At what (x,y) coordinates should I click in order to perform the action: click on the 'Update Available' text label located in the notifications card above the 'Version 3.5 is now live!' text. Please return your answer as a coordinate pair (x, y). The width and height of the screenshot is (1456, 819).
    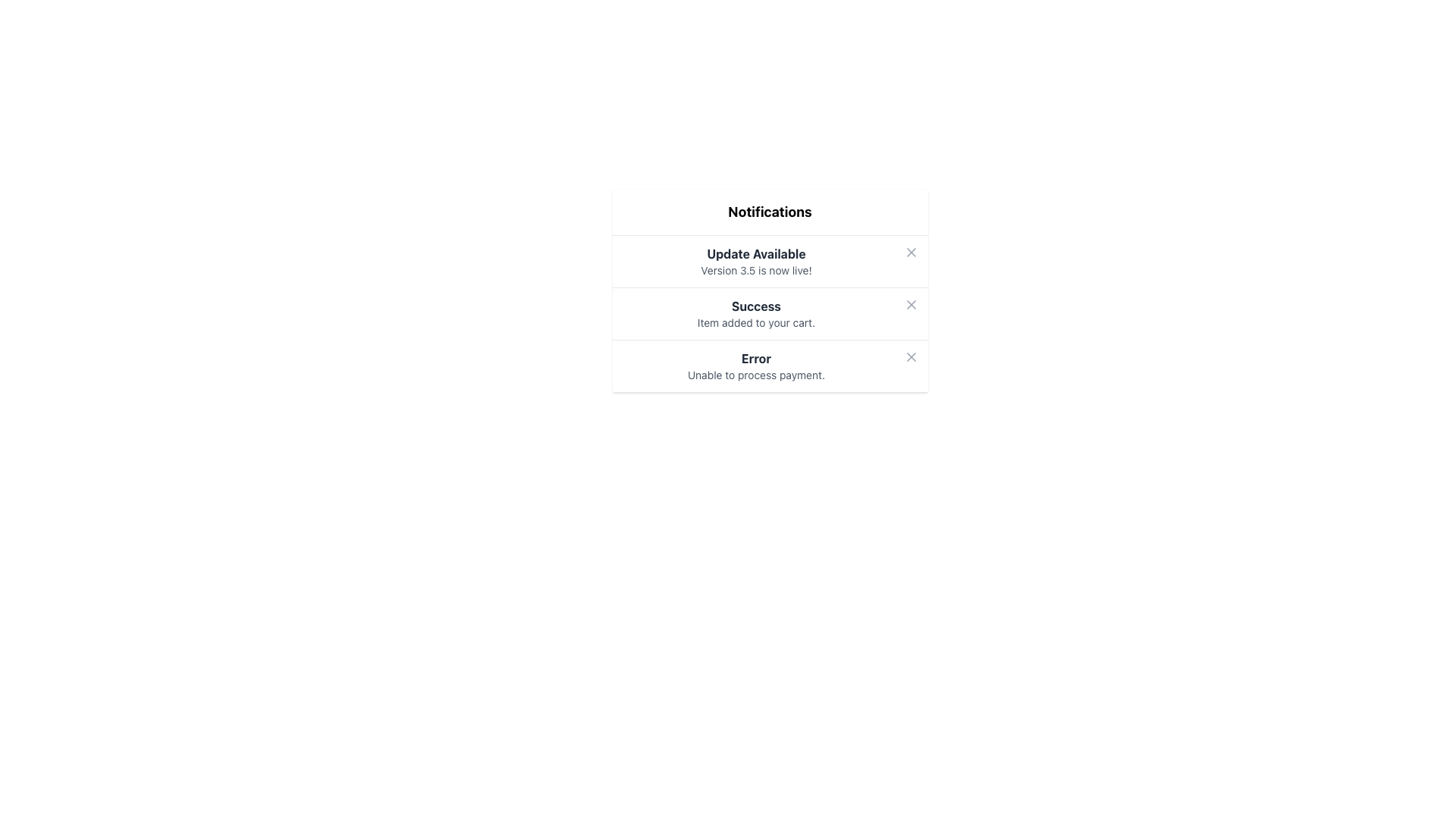
    Looking at the image, I should click on (756, 253).